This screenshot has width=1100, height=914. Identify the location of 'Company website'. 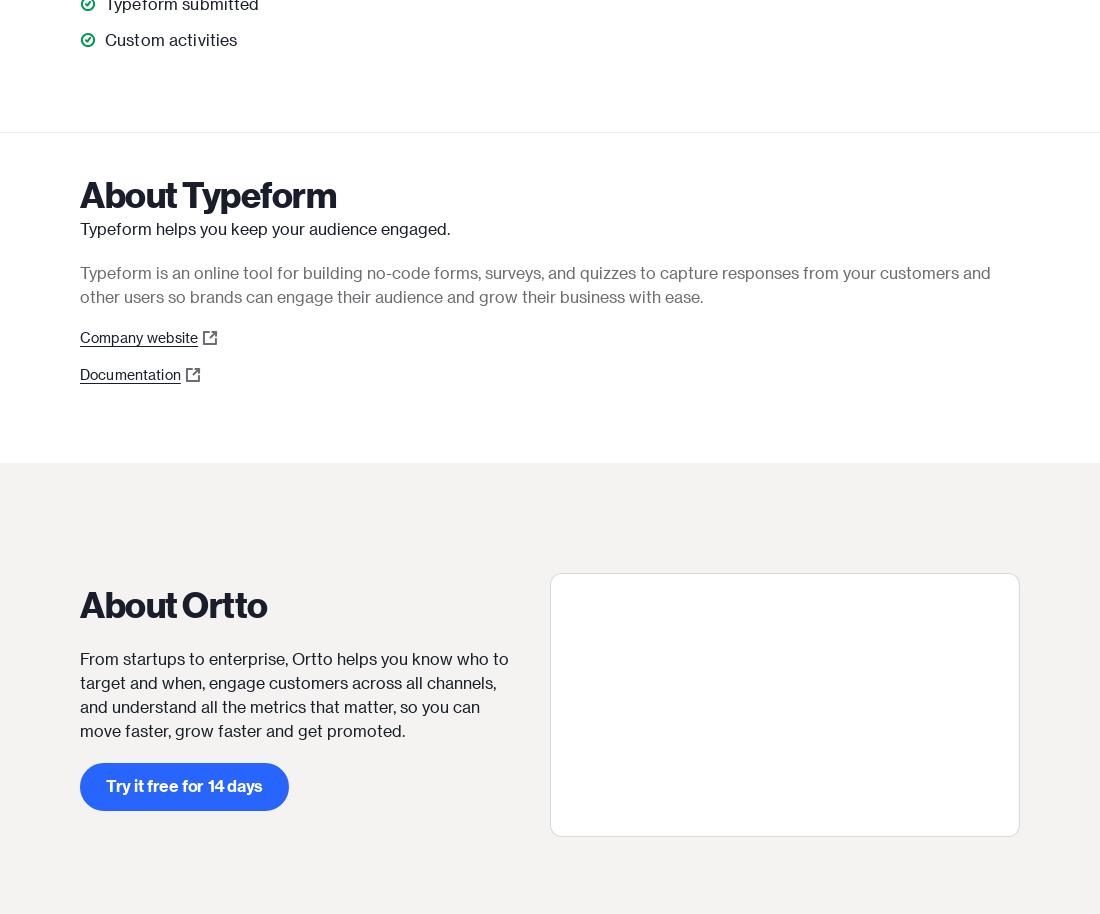
(138, 336).